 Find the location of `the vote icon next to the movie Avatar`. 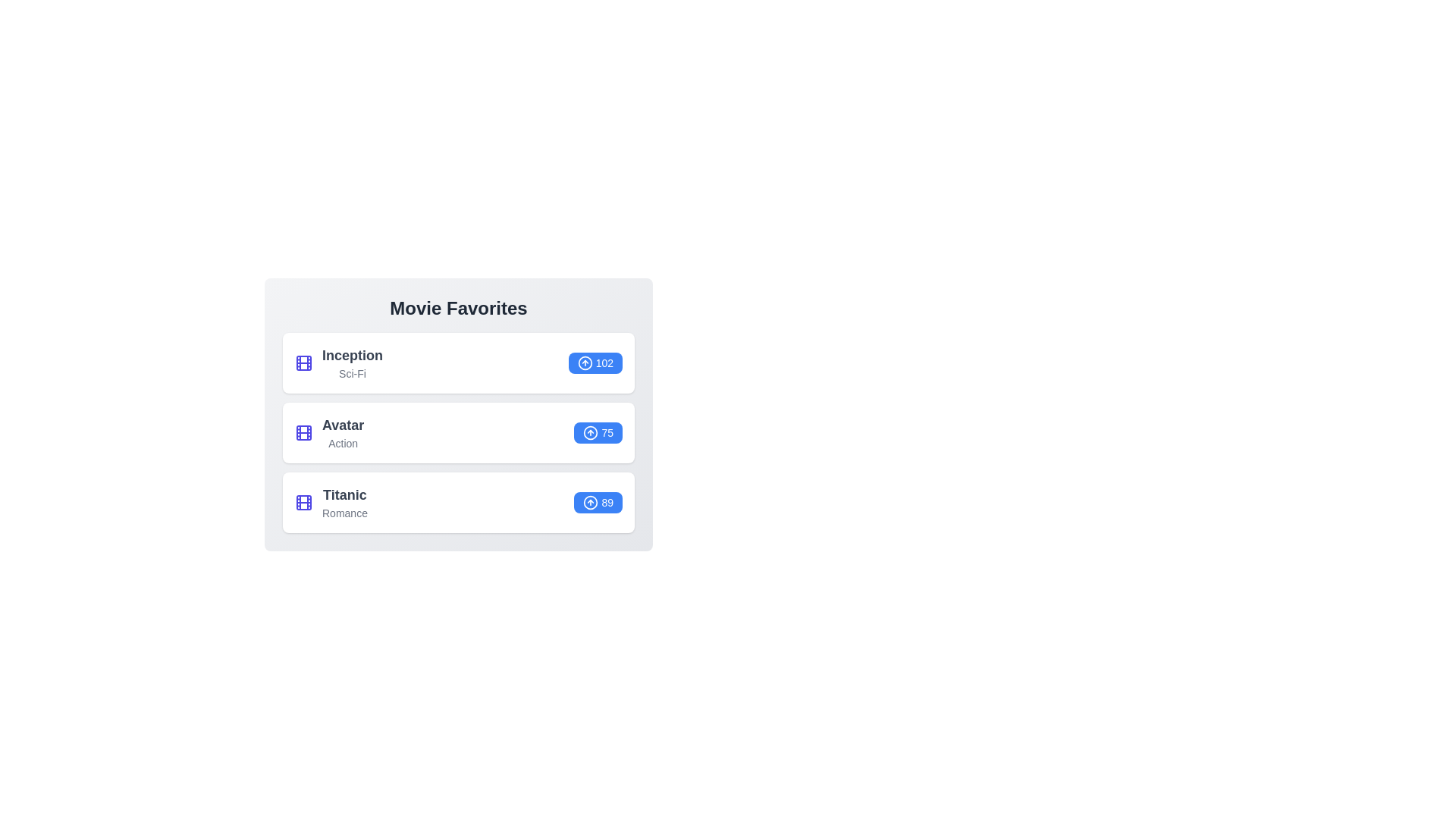

the vote icon next to the movie Avatar is located at coordinates (590, 432).